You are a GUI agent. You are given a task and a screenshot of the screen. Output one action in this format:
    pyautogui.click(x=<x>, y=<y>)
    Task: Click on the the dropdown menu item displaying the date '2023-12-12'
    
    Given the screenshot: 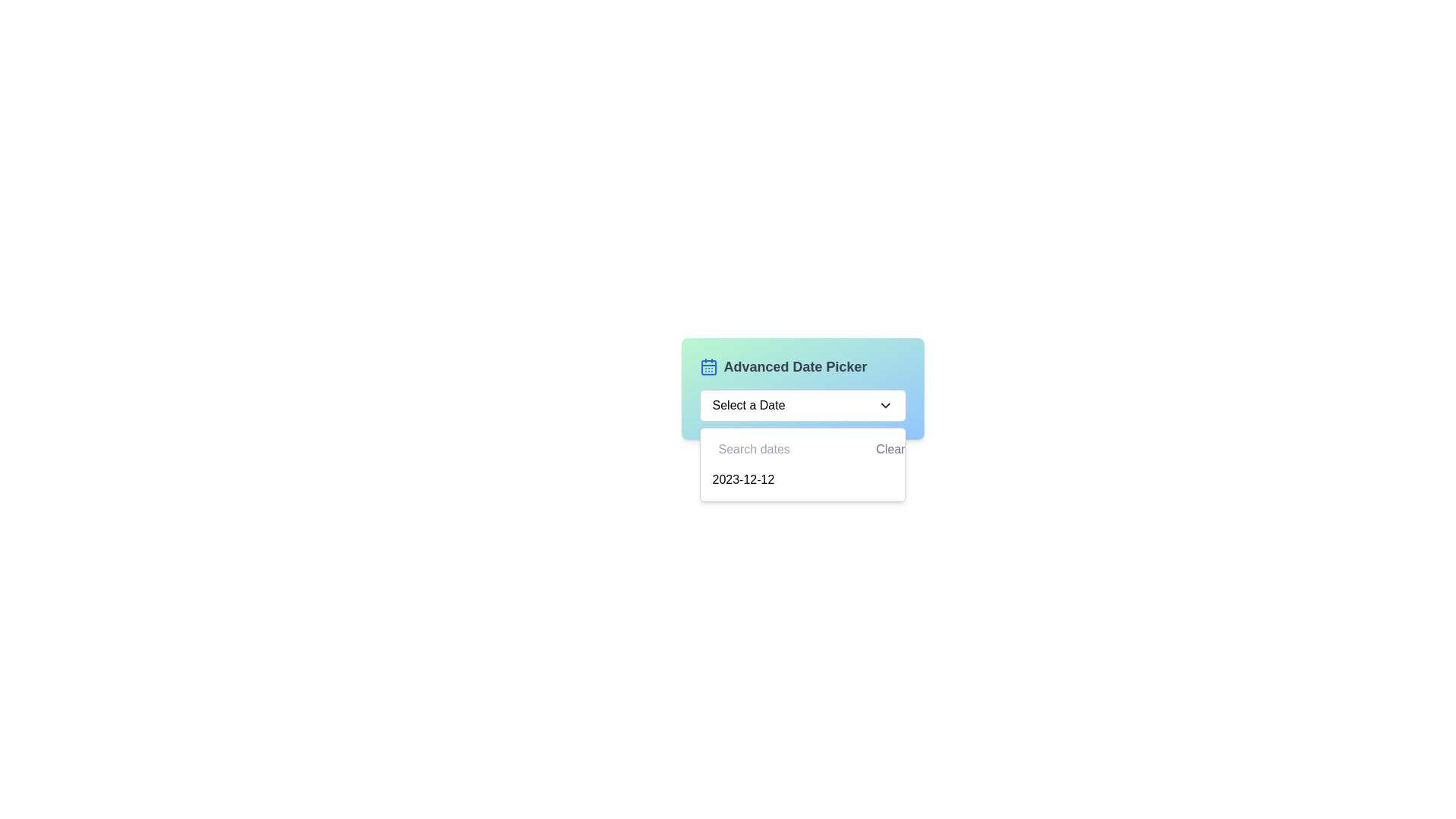 What is the action you would take?
    pyautogui.click(x=802, y=479)
    